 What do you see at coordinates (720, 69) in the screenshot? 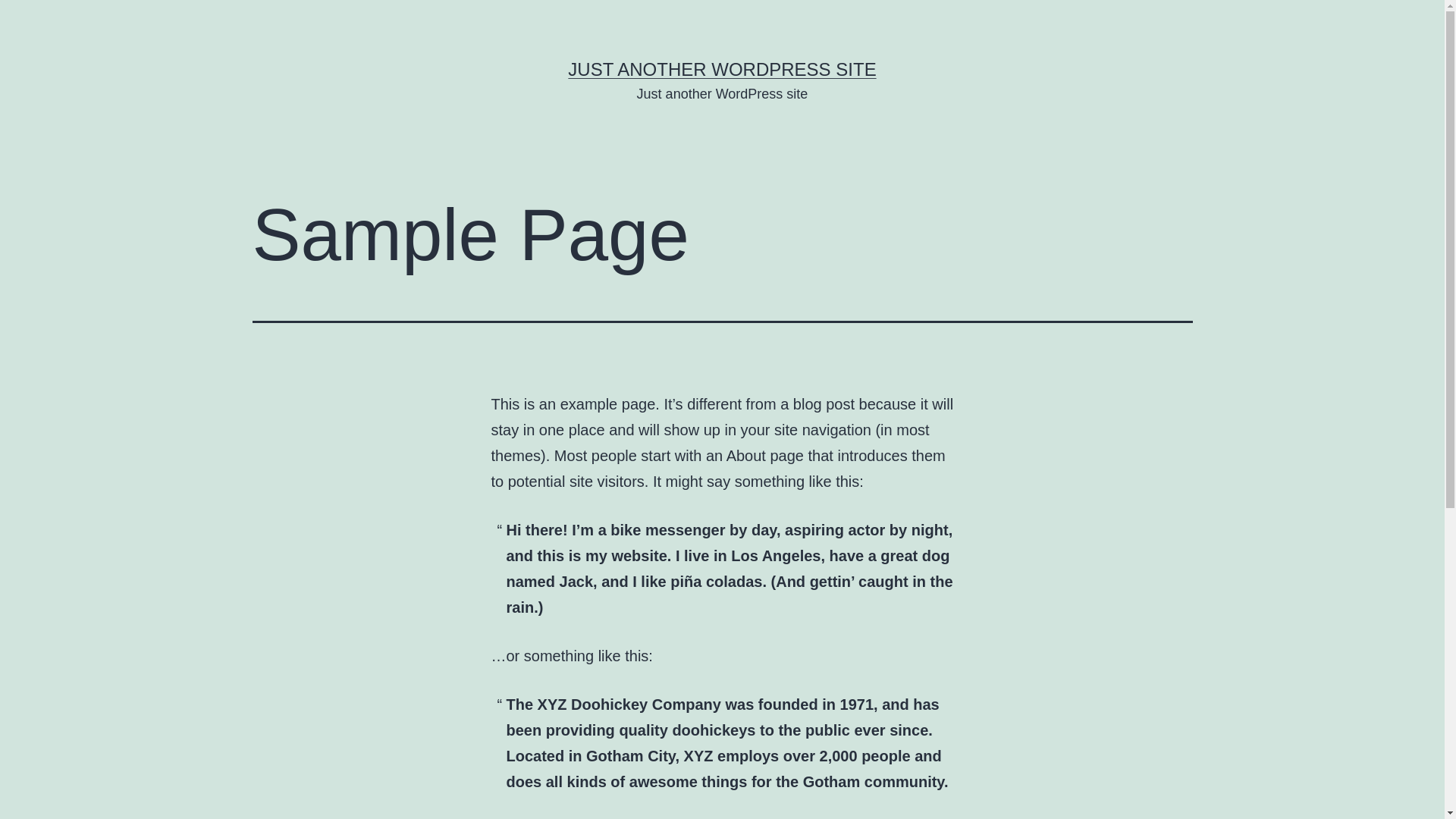
I see `'JUST ANOTHER WORDPRESS SITE'` at bounding box center [720, 69].